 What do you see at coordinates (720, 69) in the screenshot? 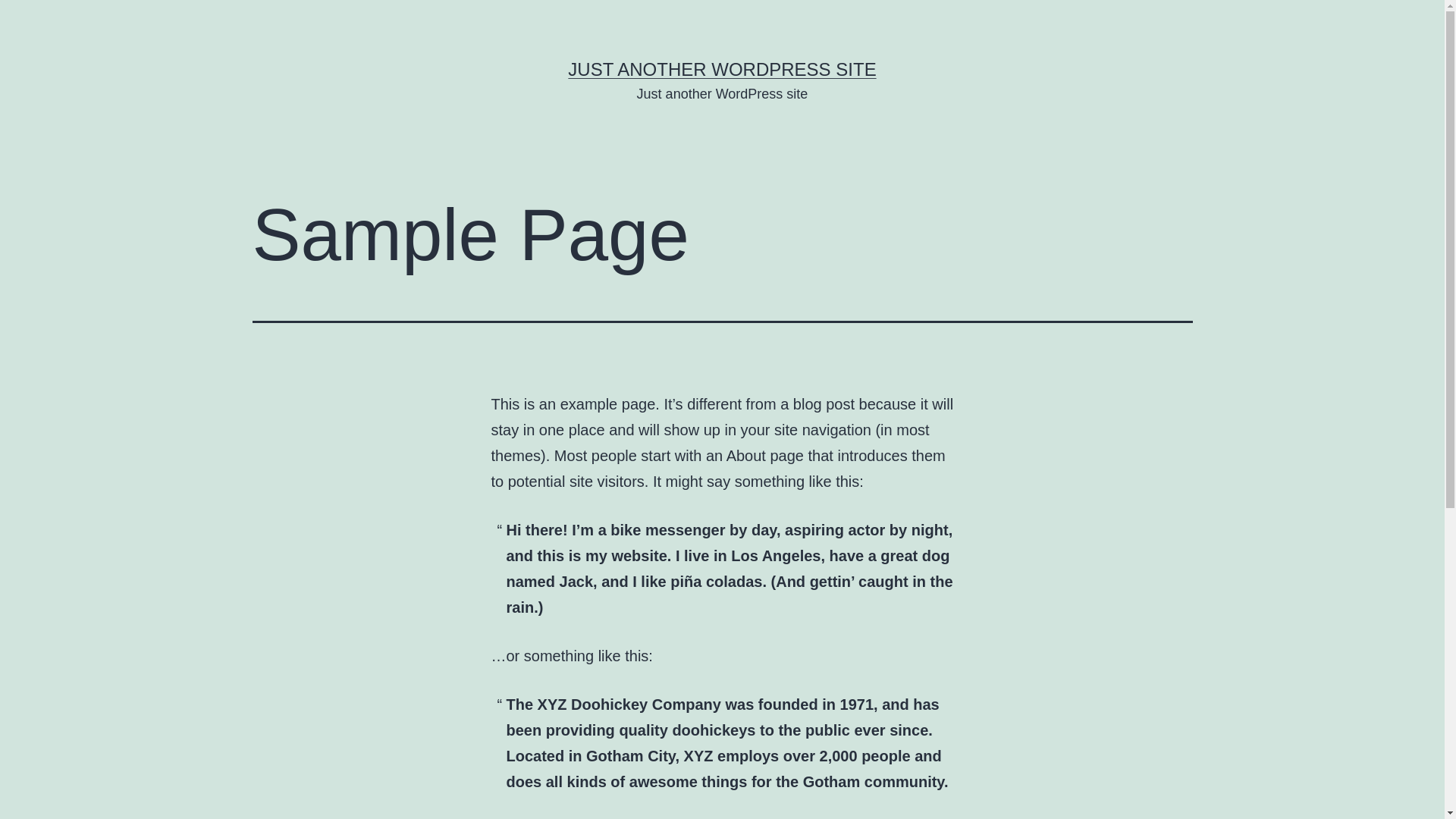
I see `'JUST ANOTHER WORDPRESS SITE'` at bounding box center [720, 69].